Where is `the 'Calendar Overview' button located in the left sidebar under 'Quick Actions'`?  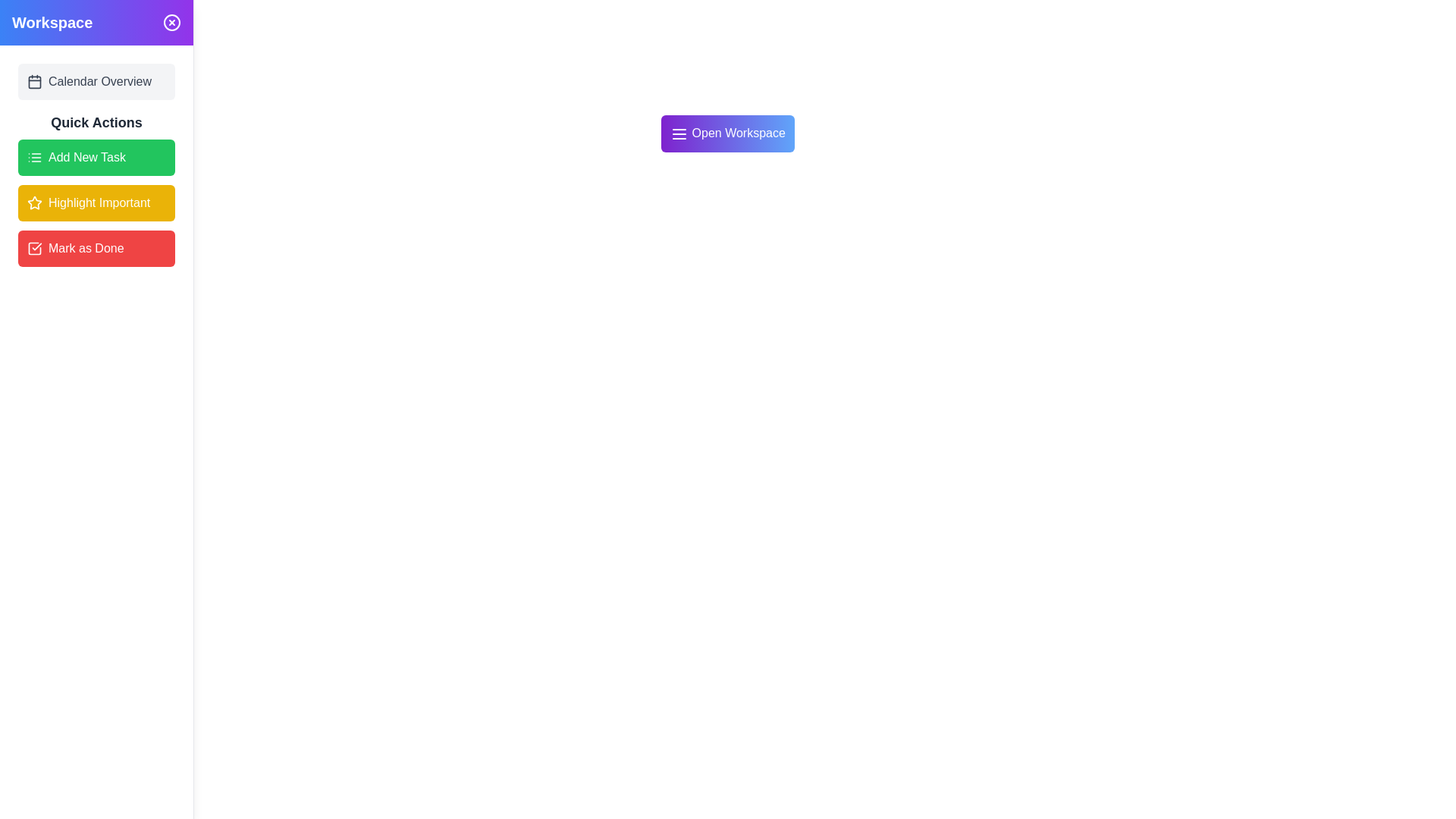 the 'Calendar Overview' button located in the left sidebar under 'Quick Actions' is located at coordinates (96, 82).